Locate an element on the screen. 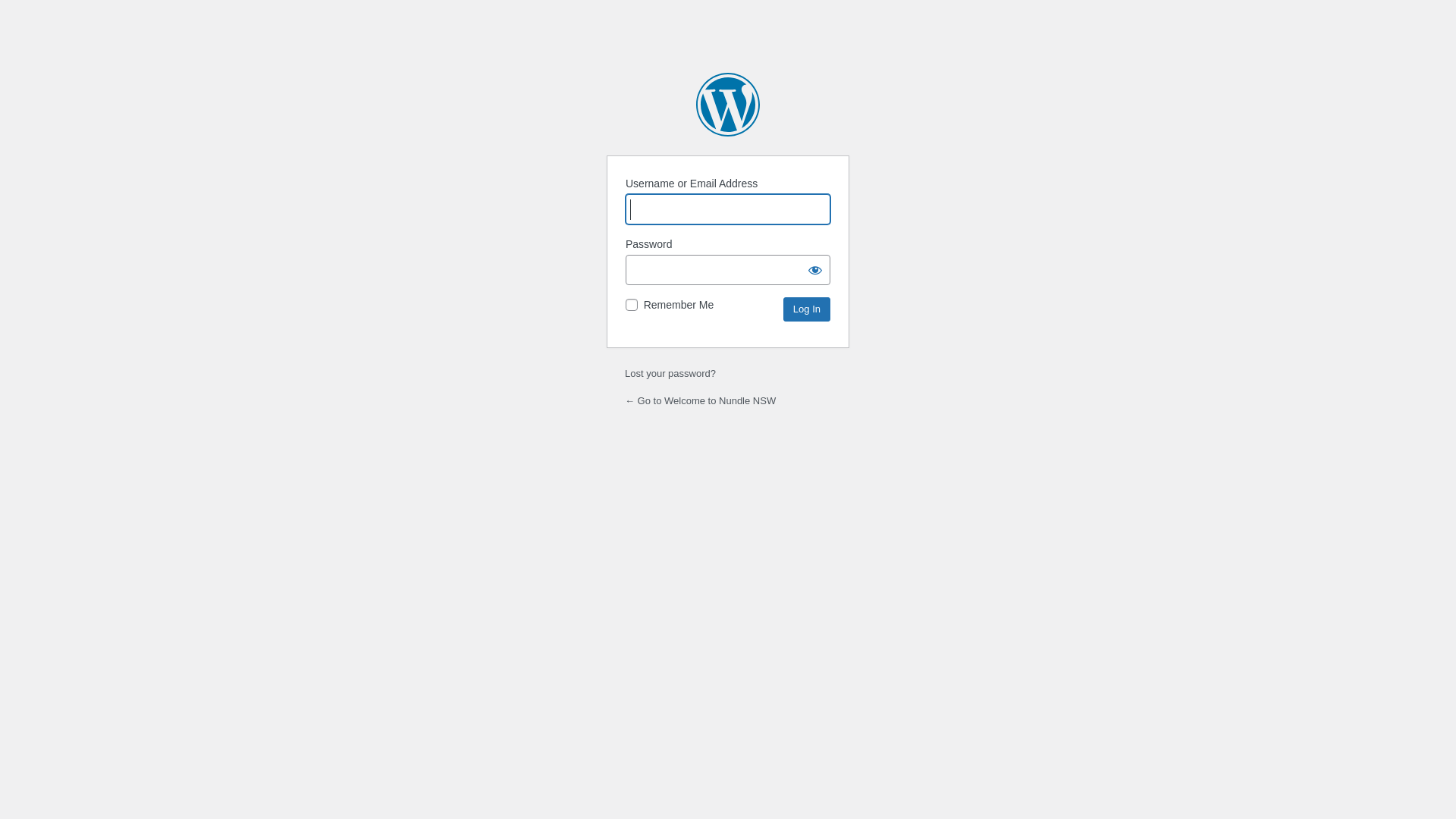  'Log In' is located at coordinates (806, 309).